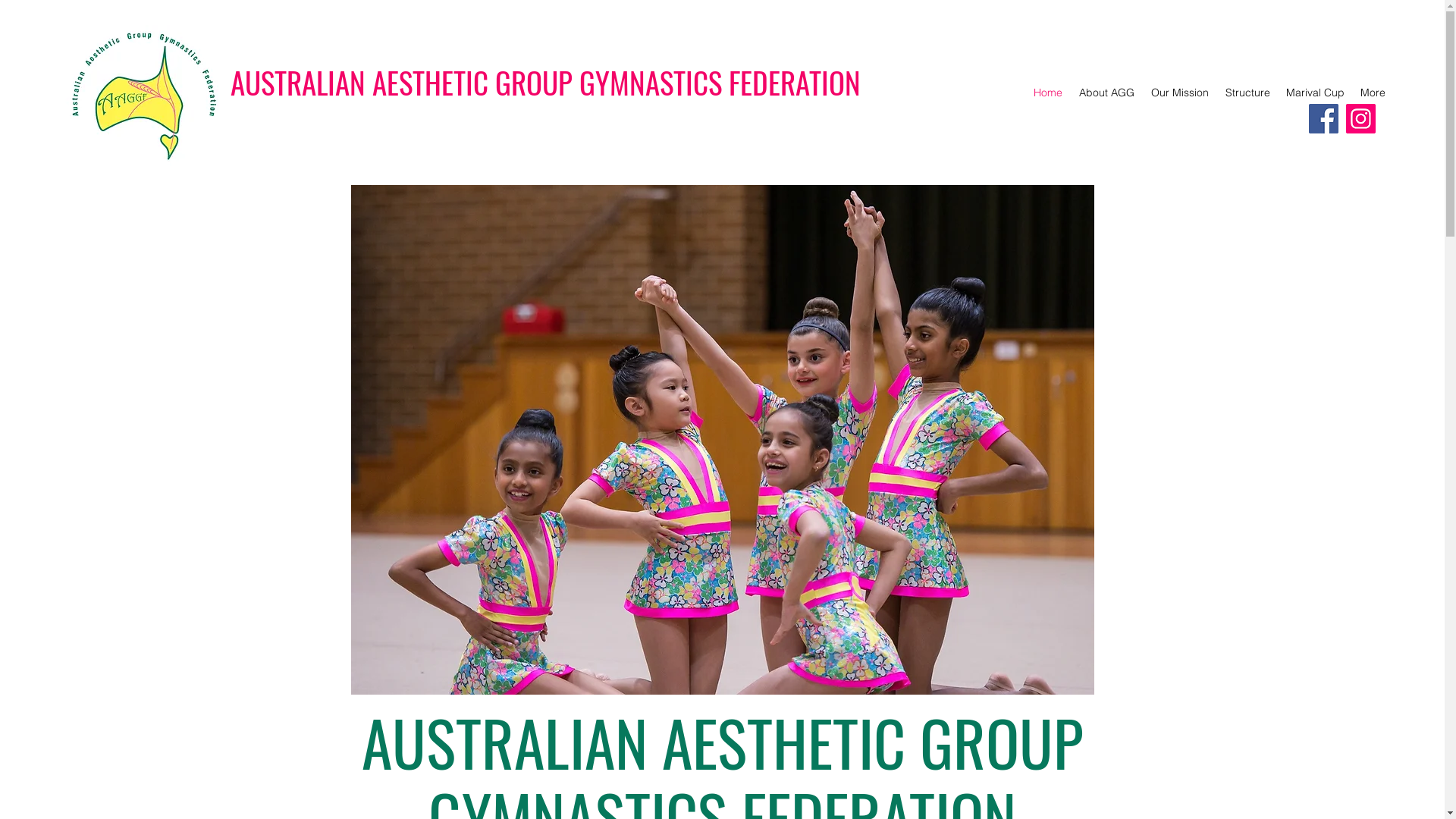 The width and height of the screenshot is (1456, 819). Describe the element at coordinates (1247, 93) in the screenshot. I see `'Structure'` at that location.